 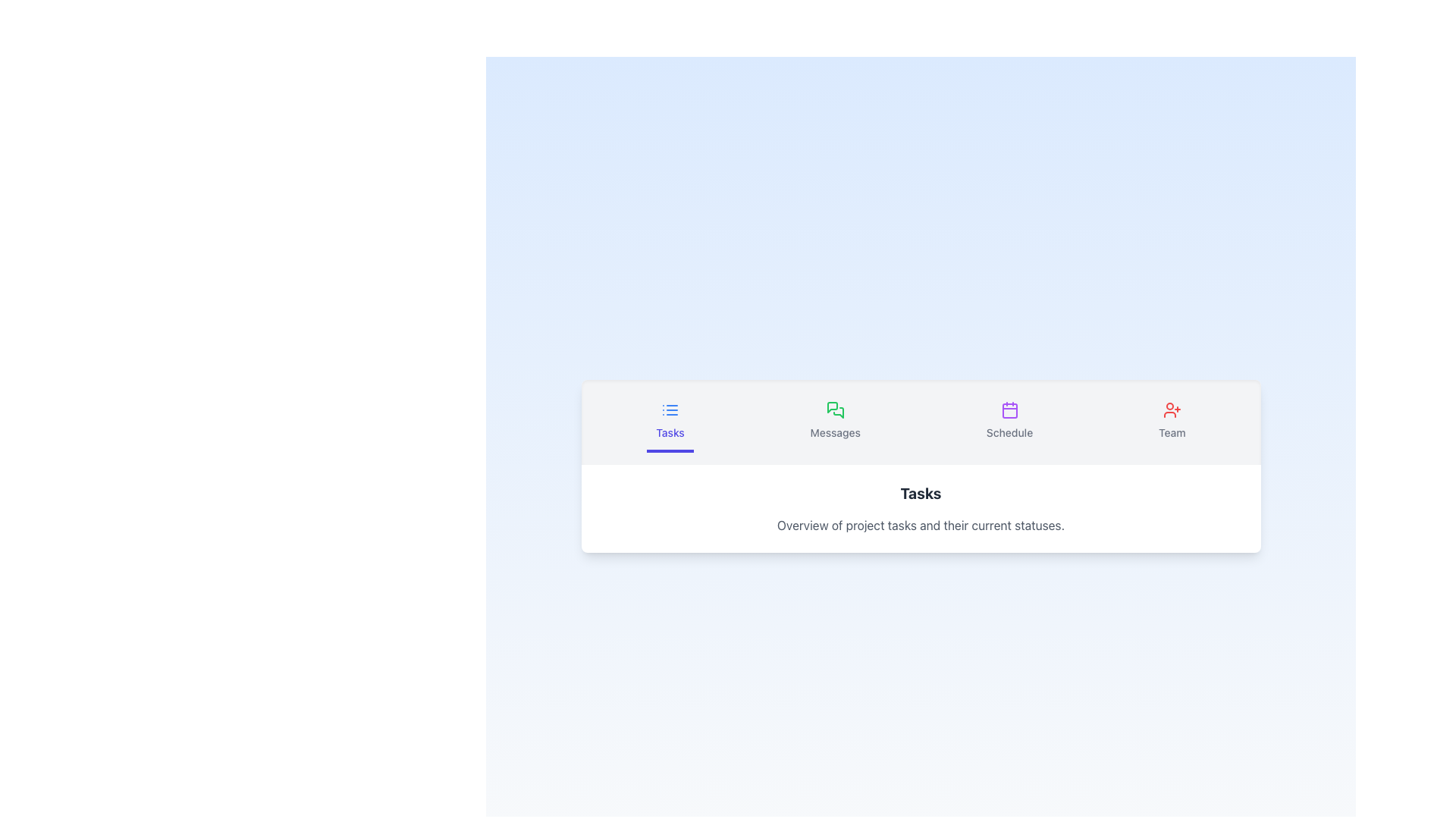 What do you see at coordinates (920, 494) in the screenshot?
I see `text from the title Text Label located at the top of the section below the navigation bar, which serves as an indication of the content or purpose of this part of the interface` at bounding box center [920, 494].